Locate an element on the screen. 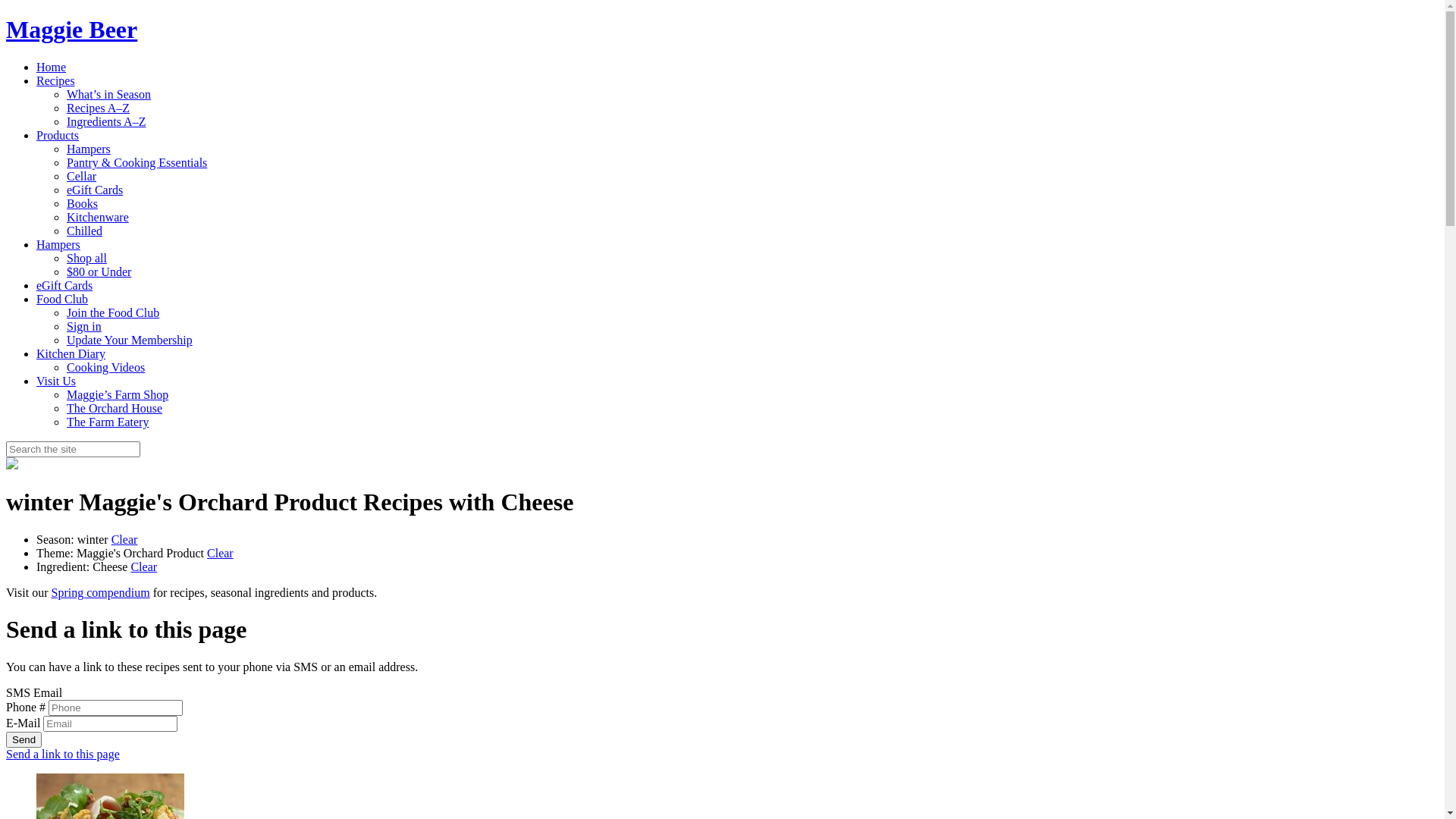 This screenshot has height=819, width=1456. 'The Farm Eatery' is located at coordinates (65, 422).